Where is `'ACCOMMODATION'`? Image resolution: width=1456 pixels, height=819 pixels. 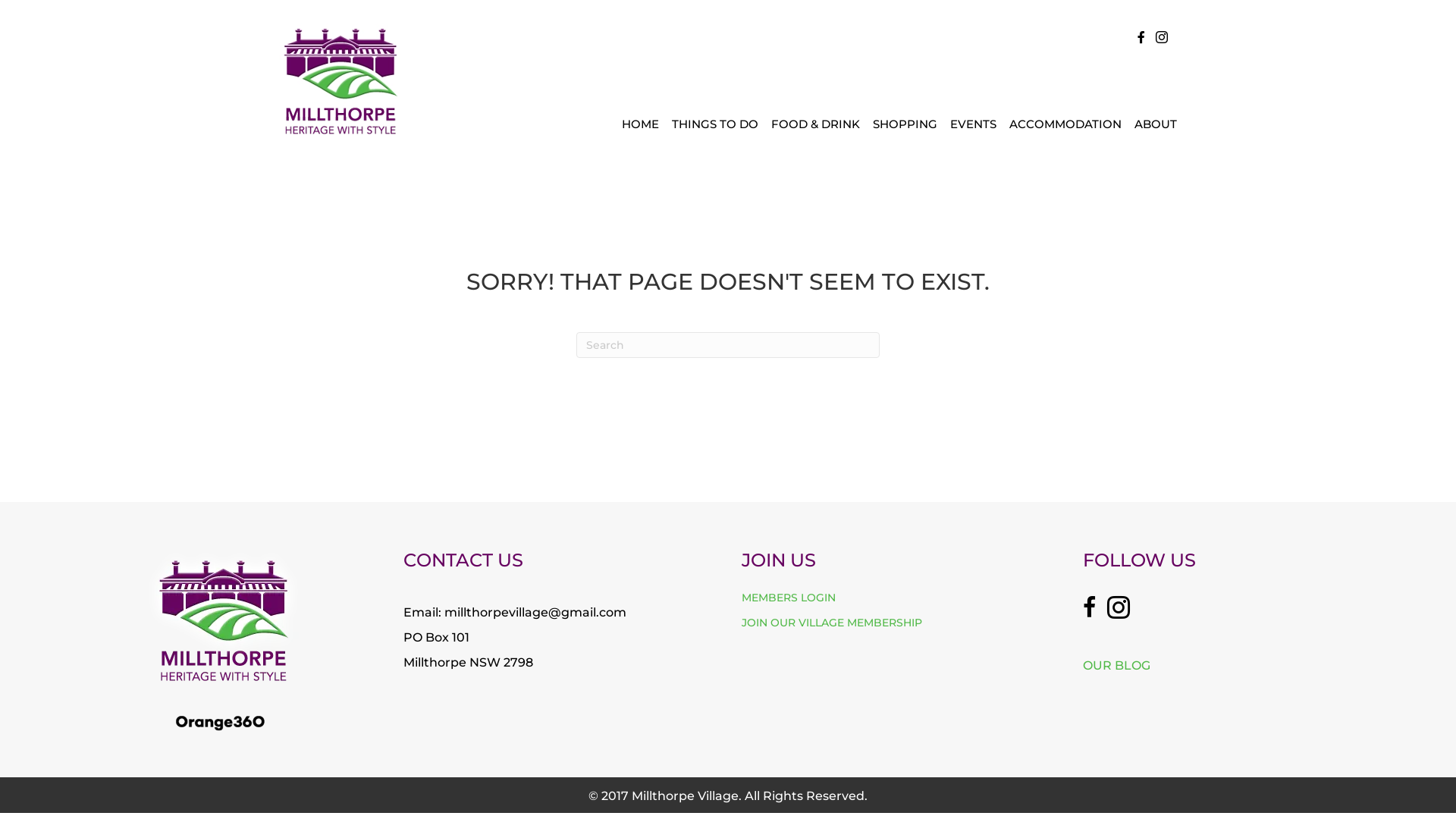 'ACCOMMODATION' is located at coordinates (1065, 123).